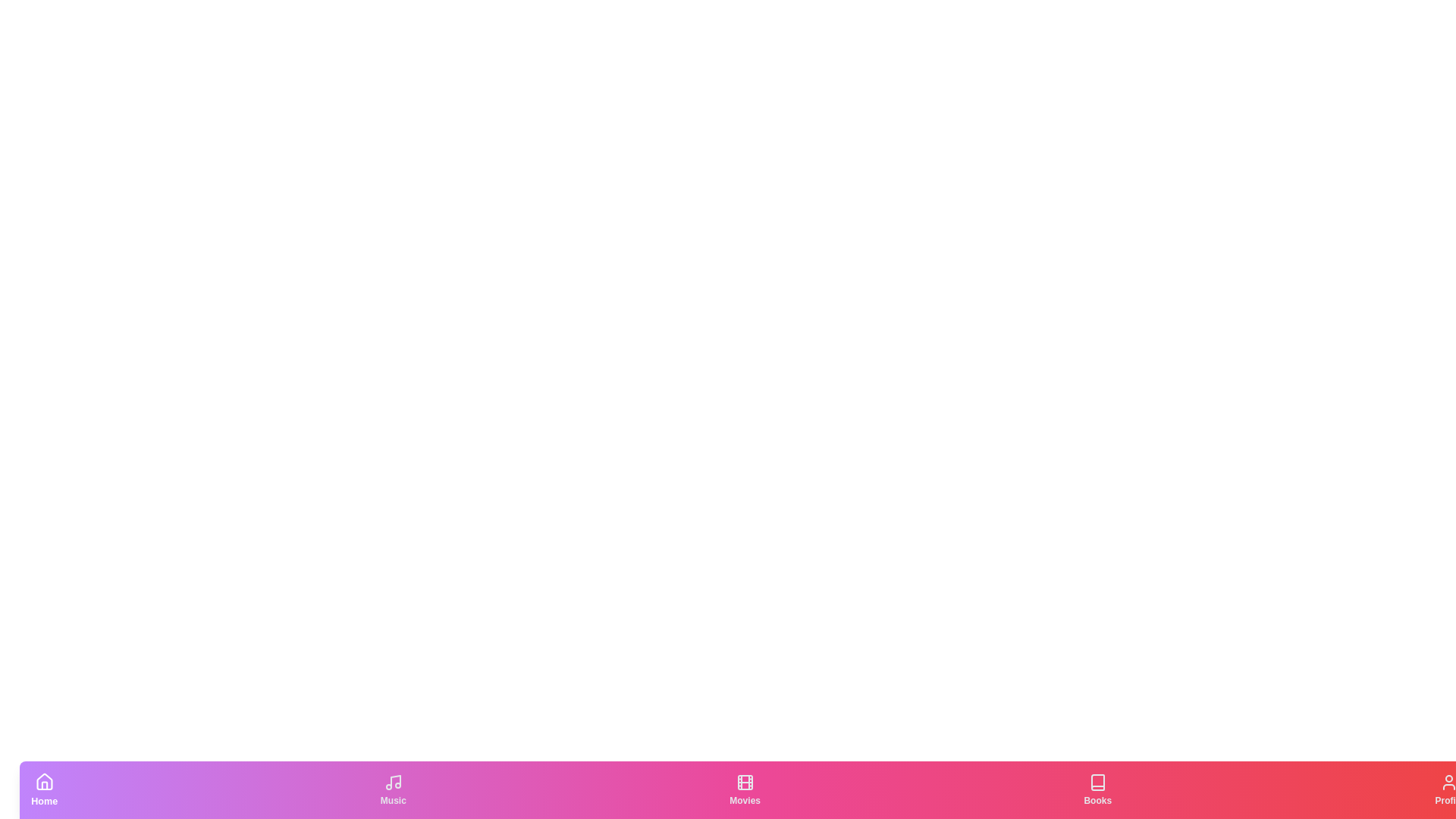 The width and height of the screenshot is (1456, 819). I want to click on the Books tab, so click(1097, 789).